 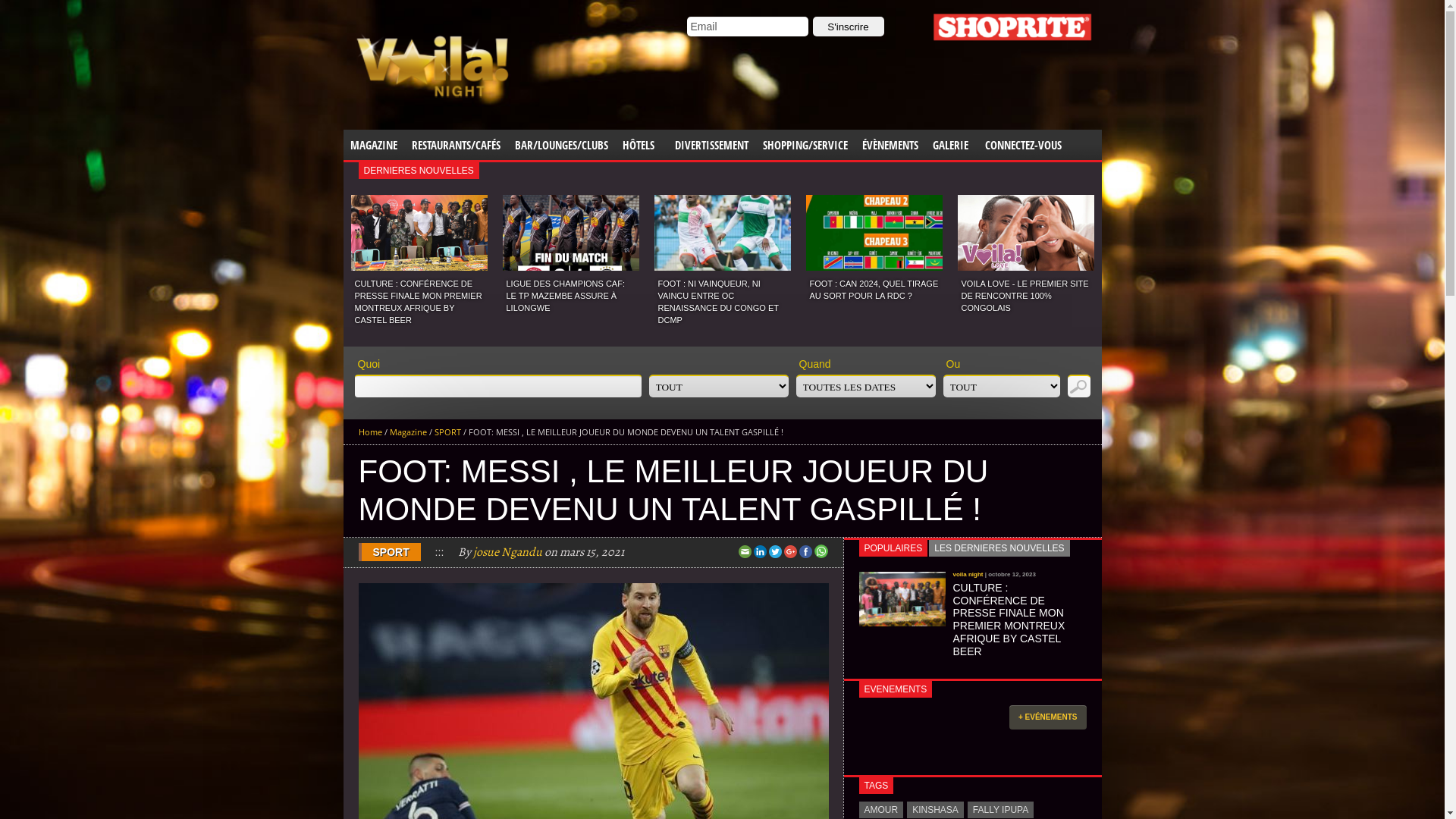 What do you see at coordinates (893, 548) in the screenshot?
I see `'POPULAIRES'` at bounding box center [893, 548].